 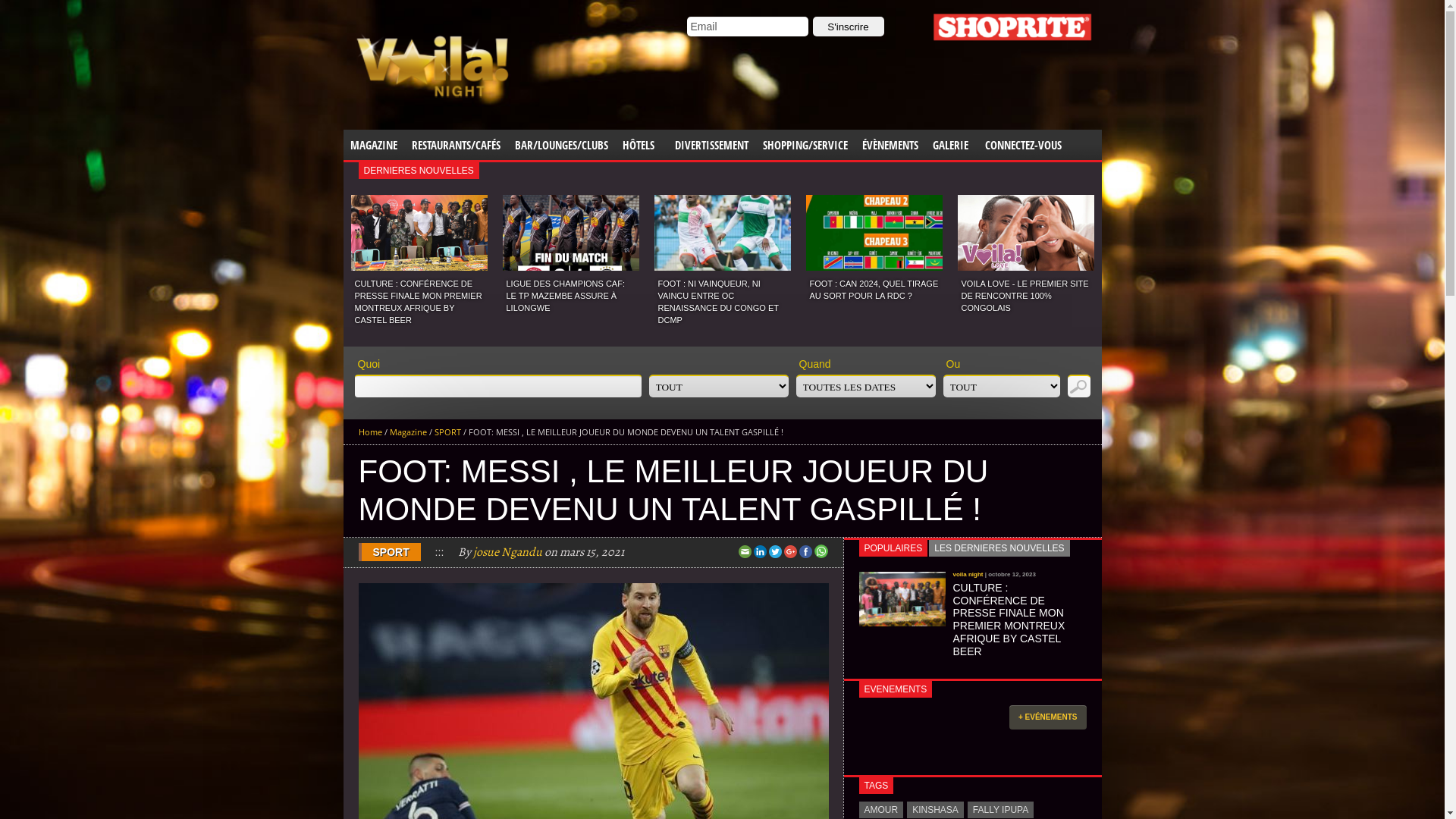 What do you see at coordinates (893, 548) in the screenshot?
I see `'POPULAIRES'` at bounding box center [893, 548].